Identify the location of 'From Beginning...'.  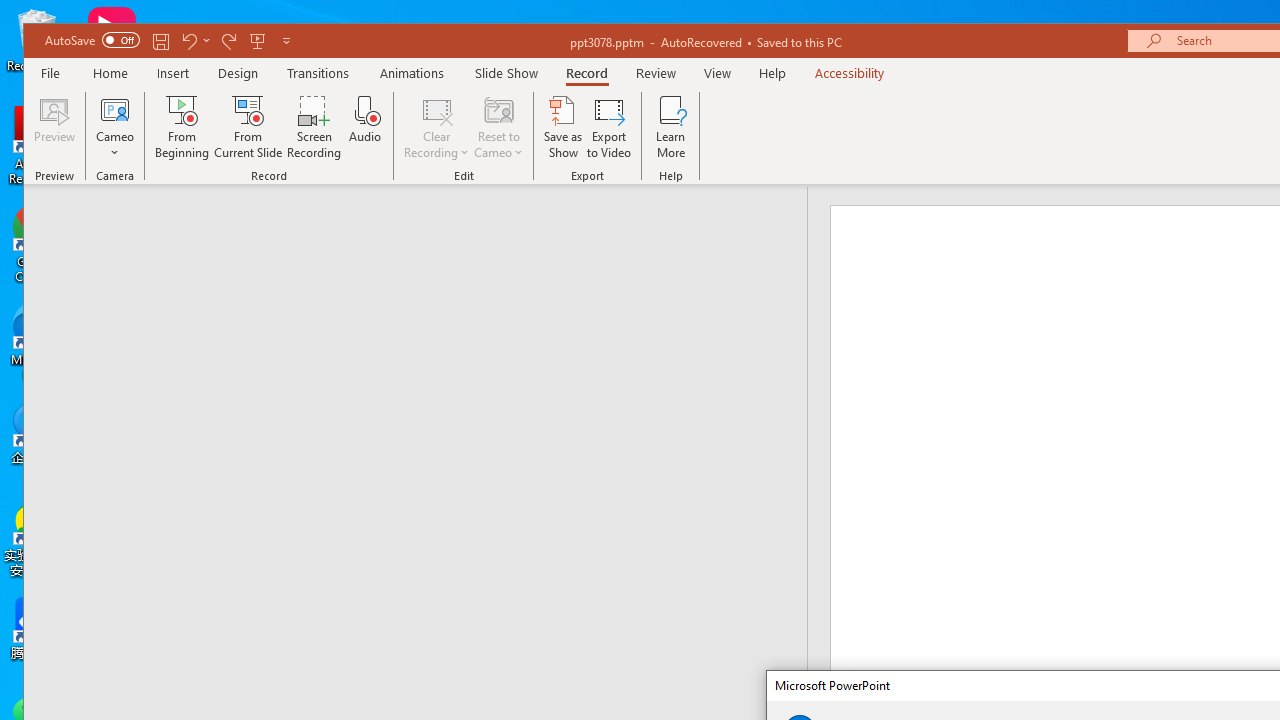
(183, 127).